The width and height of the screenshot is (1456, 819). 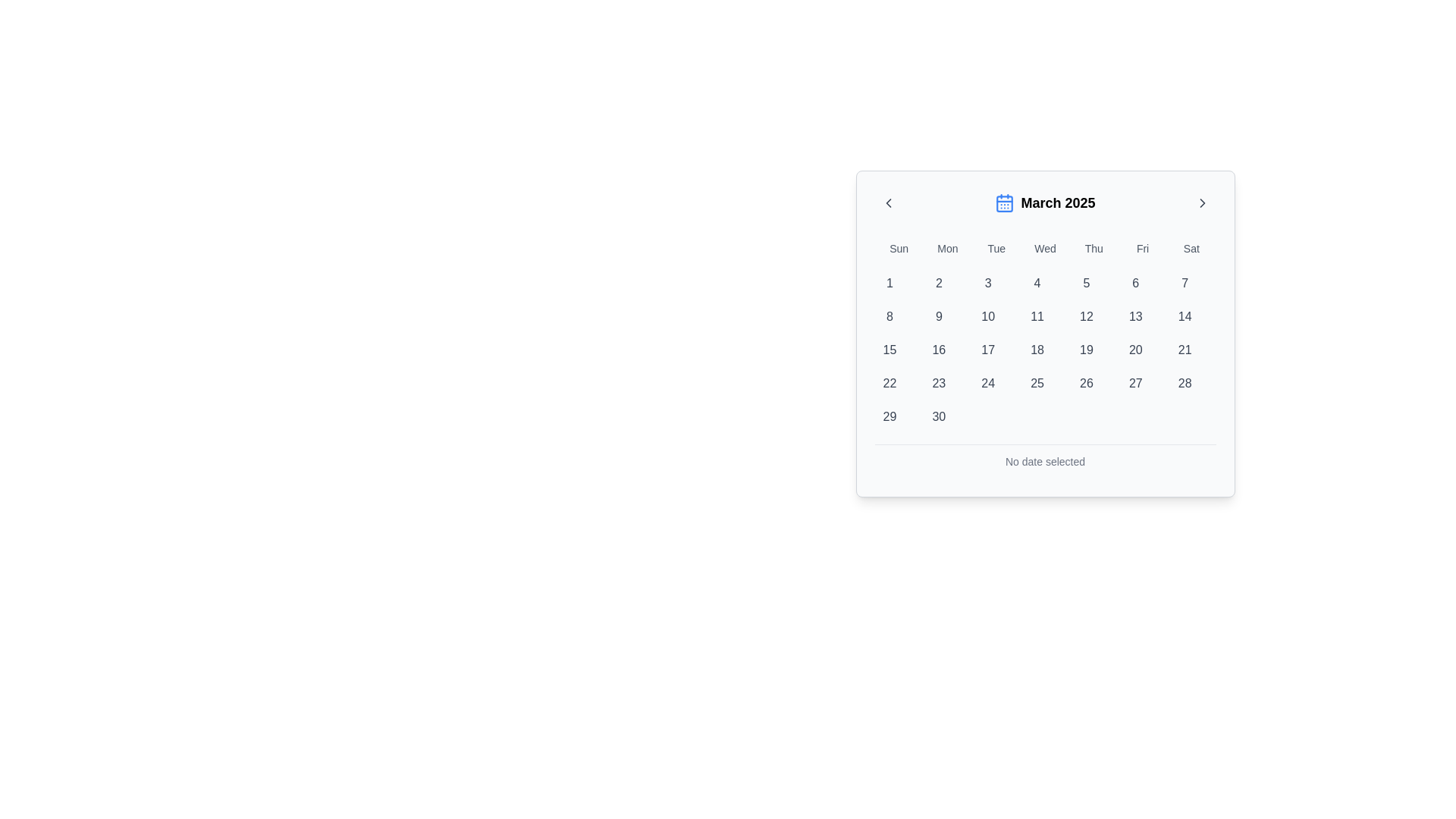 What do you see at coordinates (938, 350) in the screenshot?
I see `the rounded button labeled '16' located in the third row and second column of the grid calendar layout` at bounding box center [938, 350].